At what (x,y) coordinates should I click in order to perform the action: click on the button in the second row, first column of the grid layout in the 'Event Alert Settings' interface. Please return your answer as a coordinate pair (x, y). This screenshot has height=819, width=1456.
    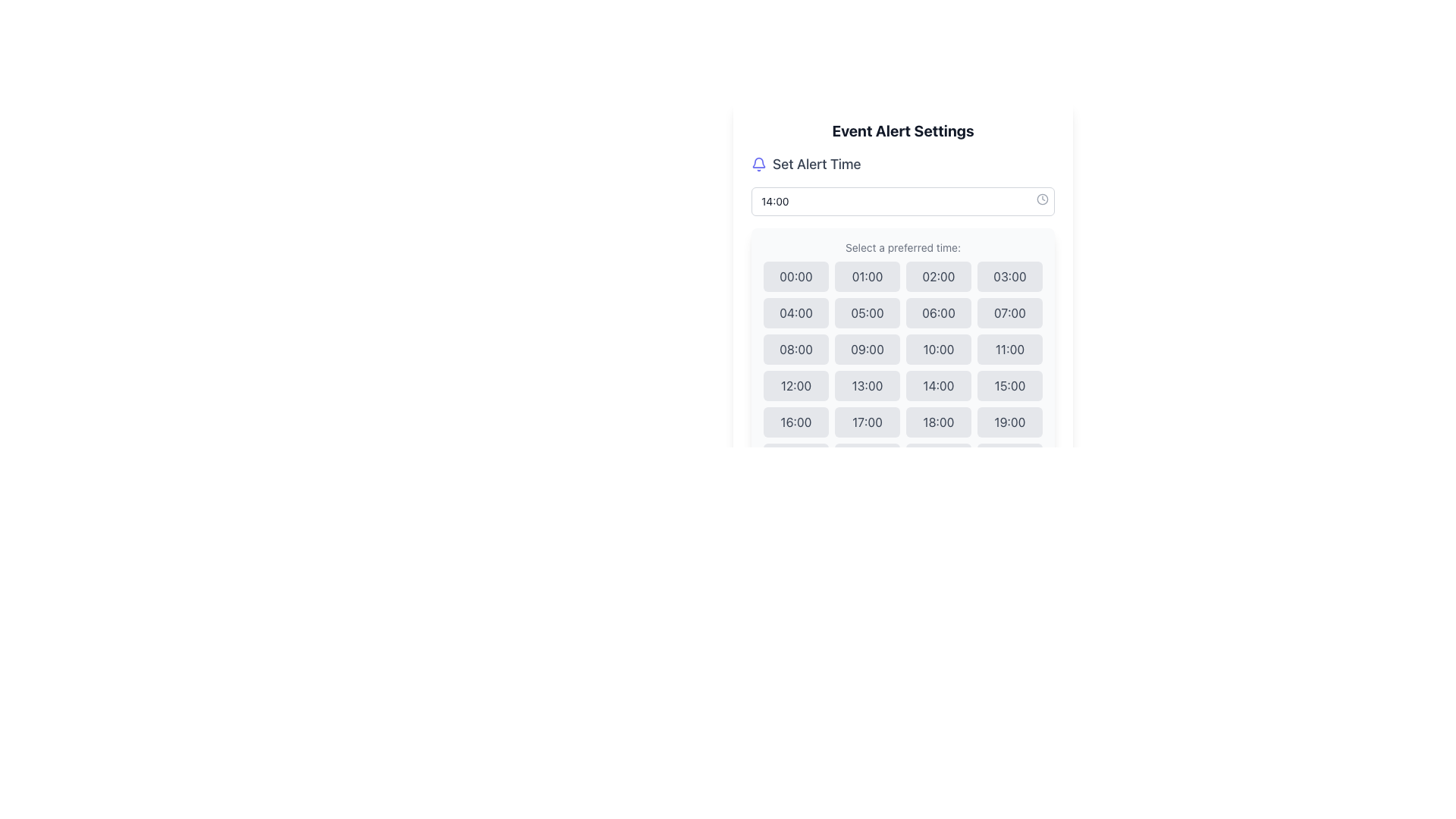
    Looking at the image, I should click on (795, 312).